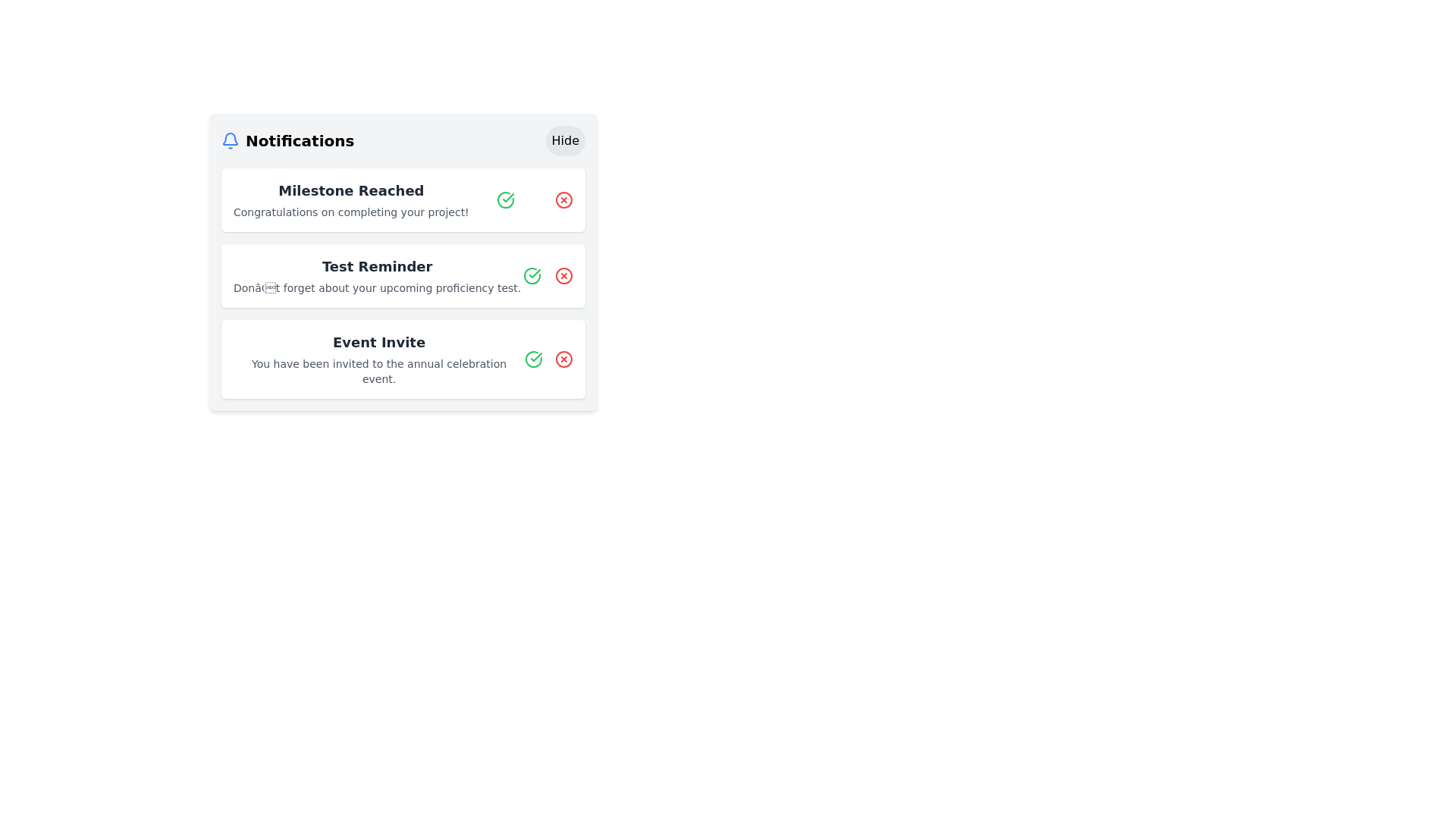 Image resolution: width=1456 pixels, height=819 pixels. Describe the element at coordinates (563, 275) in the screenshot. I see `the dismiss button located to the right of the text 'Test Reminder'` at that location.